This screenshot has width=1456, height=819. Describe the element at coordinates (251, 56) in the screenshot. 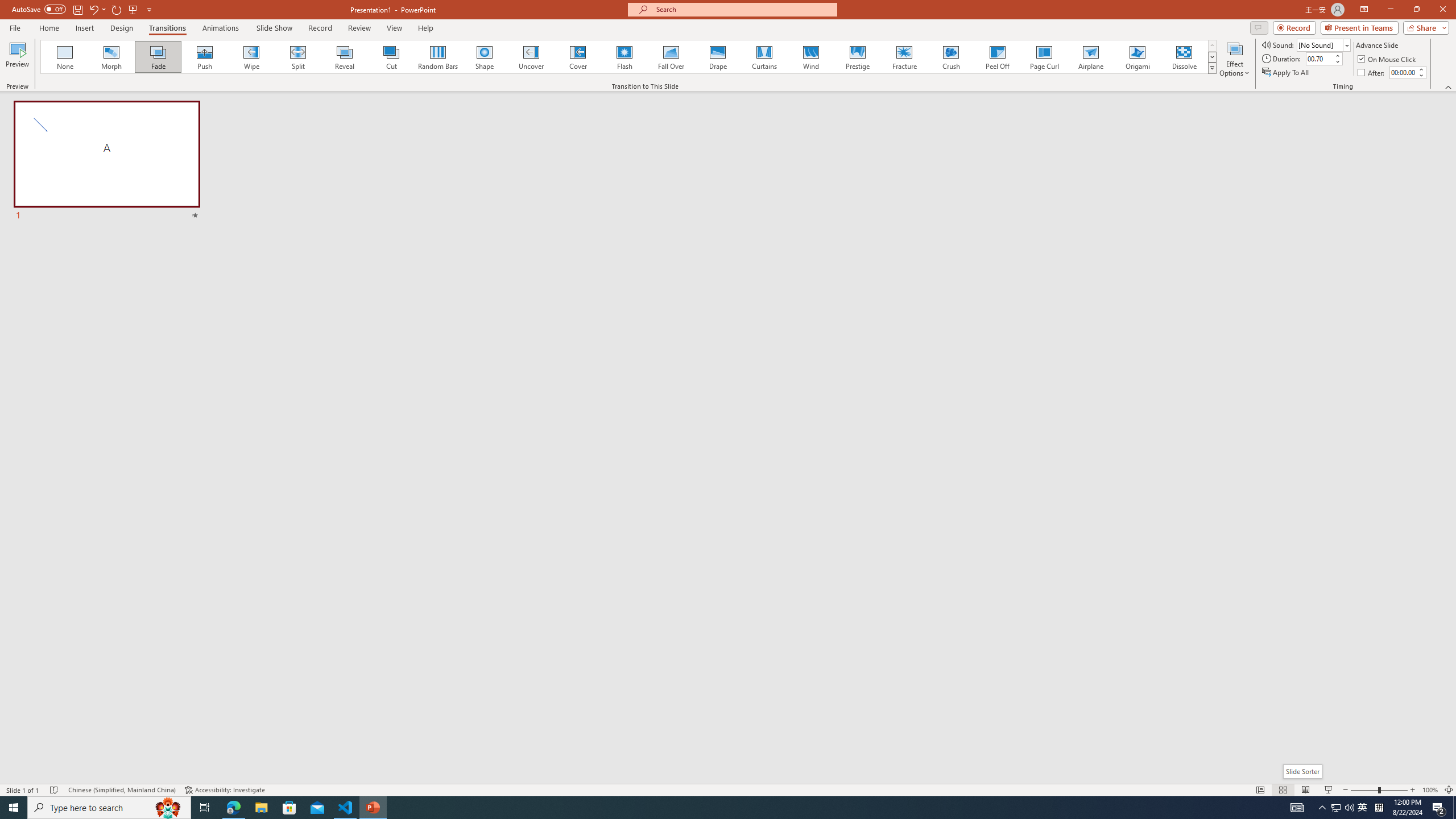

I see `'Wipe'` at that location.